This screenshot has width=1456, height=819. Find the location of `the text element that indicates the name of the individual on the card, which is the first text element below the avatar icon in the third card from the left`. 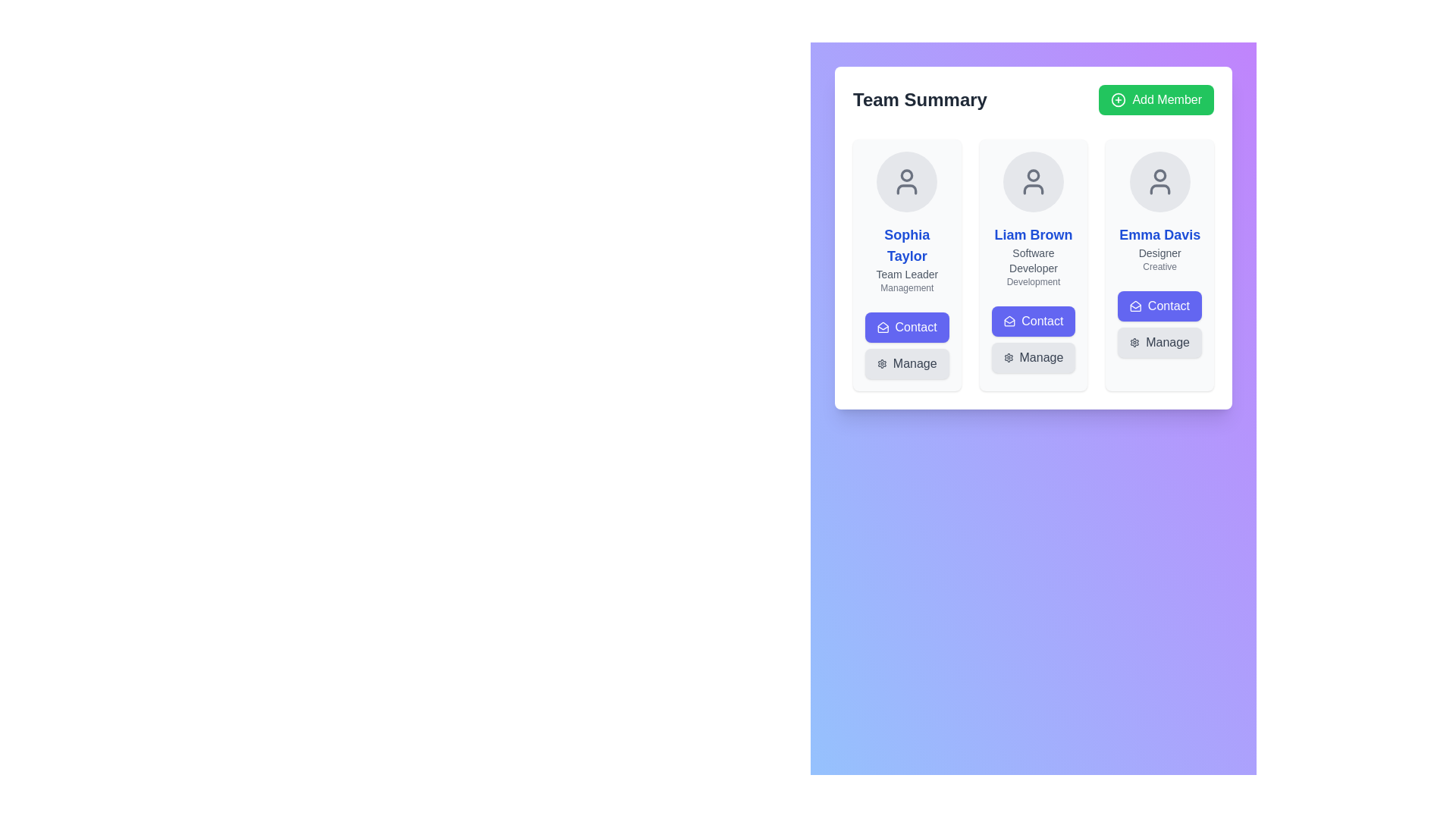

the text element that indicates the name of the individual on the card, which is the first text element below the avatar icon in the third card from the left is located at coordinates (1159, 234).